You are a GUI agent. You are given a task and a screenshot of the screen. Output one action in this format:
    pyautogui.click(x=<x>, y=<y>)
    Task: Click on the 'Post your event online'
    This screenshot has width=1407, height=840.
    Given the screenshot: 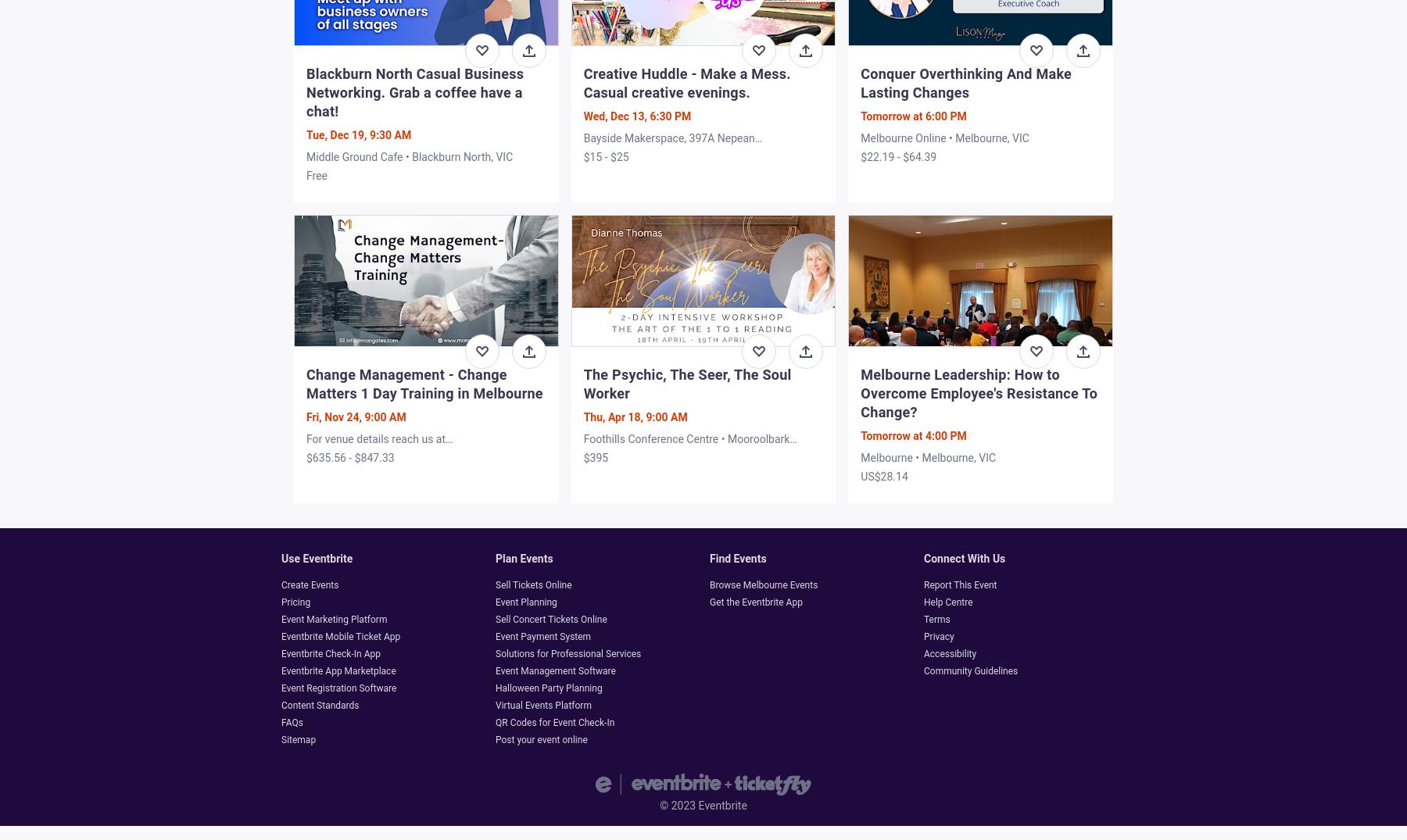 What is the action you would take?
    pyautogui.click(x=540, y=739)
    